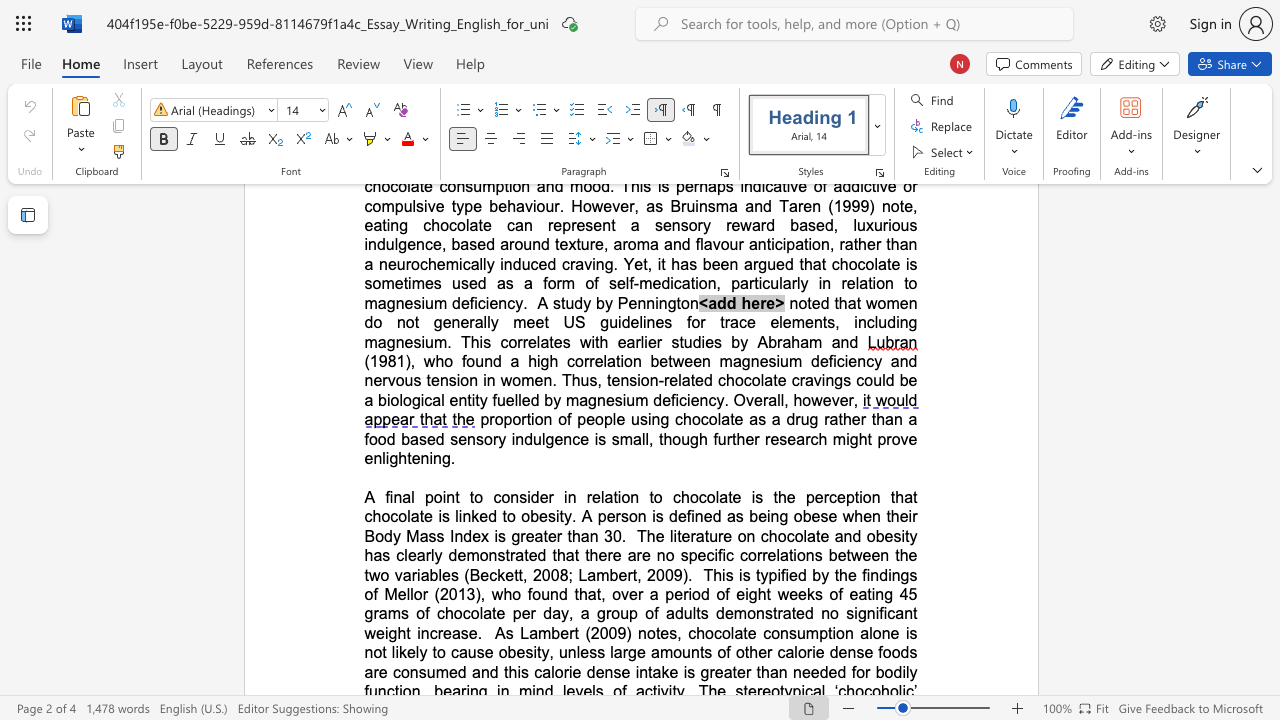 Image resolution: width=1280 pixels, height=720 pixels. Describe the element at coordinates (368, 575) in the screenshot. I see `the subset text "wo variables (Beckett, 200" within the text "that there are no specific correlations between the two variables (Beckett, 2008; Lambert, 2009)"` at that location.